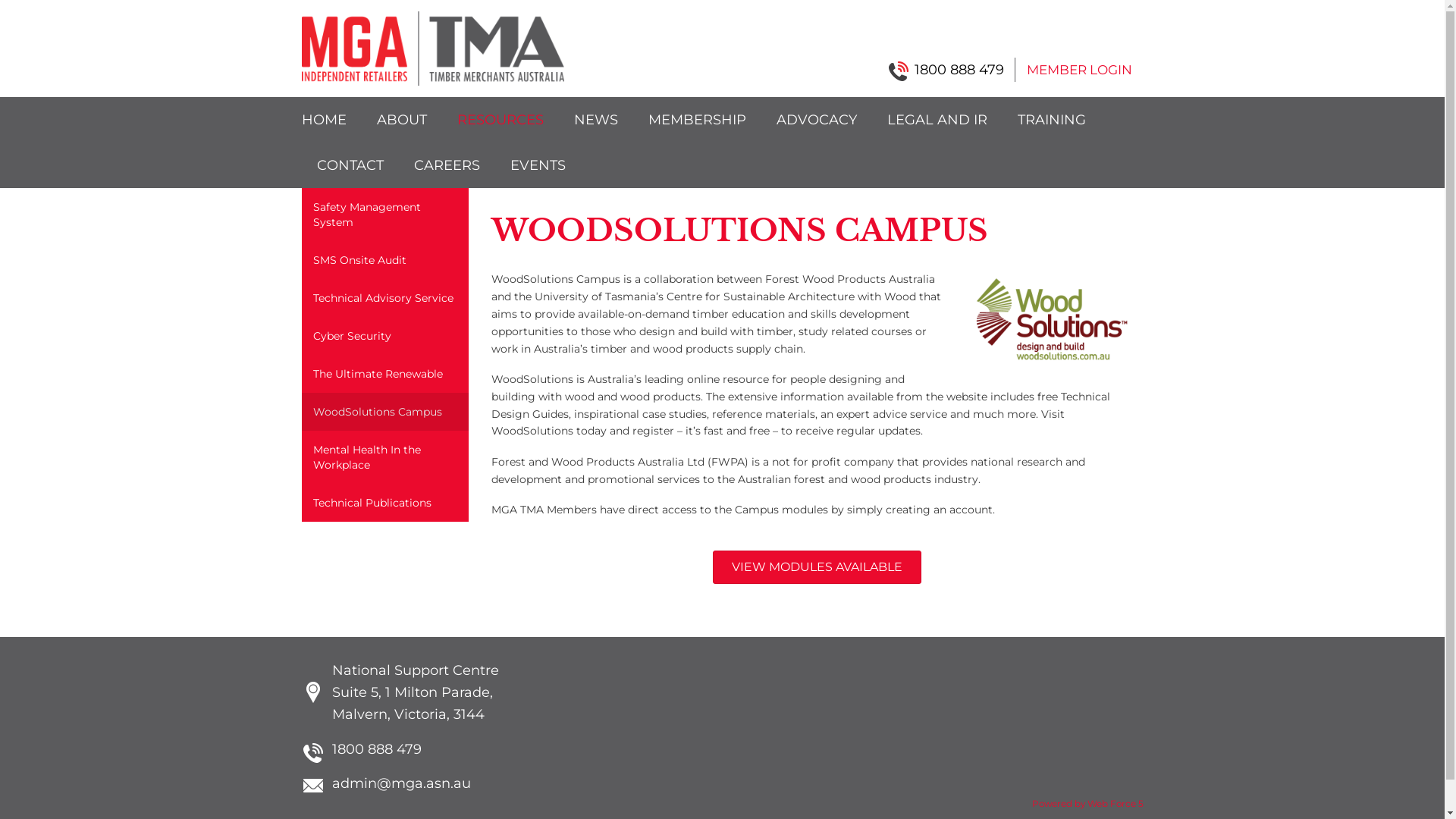 This screenshot has width=1456, height=819. I want to click on 'Powered by Web Force 5', so click(1031, 802).